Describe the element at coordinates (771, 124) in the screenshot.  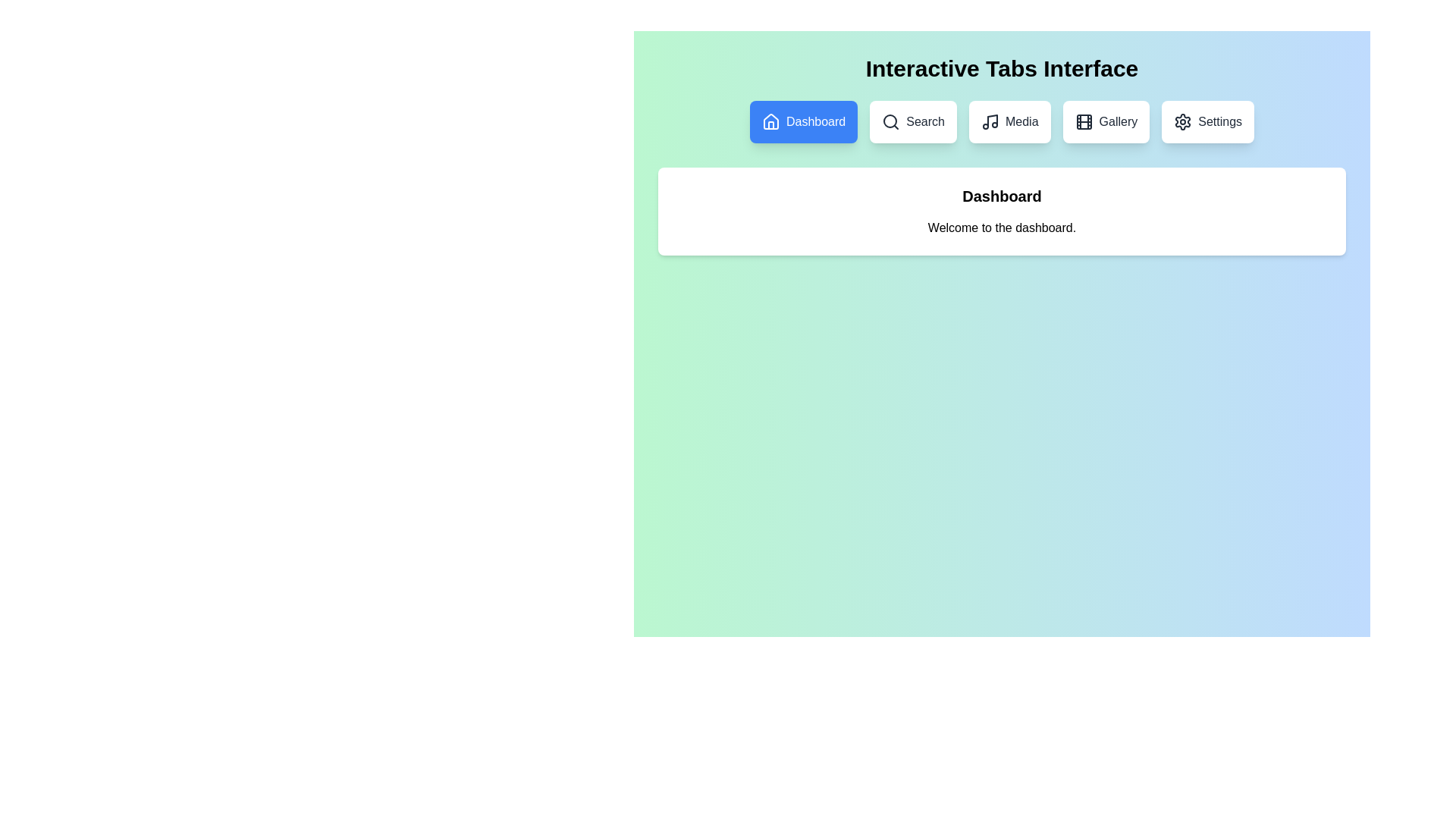
I see `the small vertical decorative graphic element resembling a rectangular line located at the center-bottom area of the larger house icon in the SVG design` at that location.